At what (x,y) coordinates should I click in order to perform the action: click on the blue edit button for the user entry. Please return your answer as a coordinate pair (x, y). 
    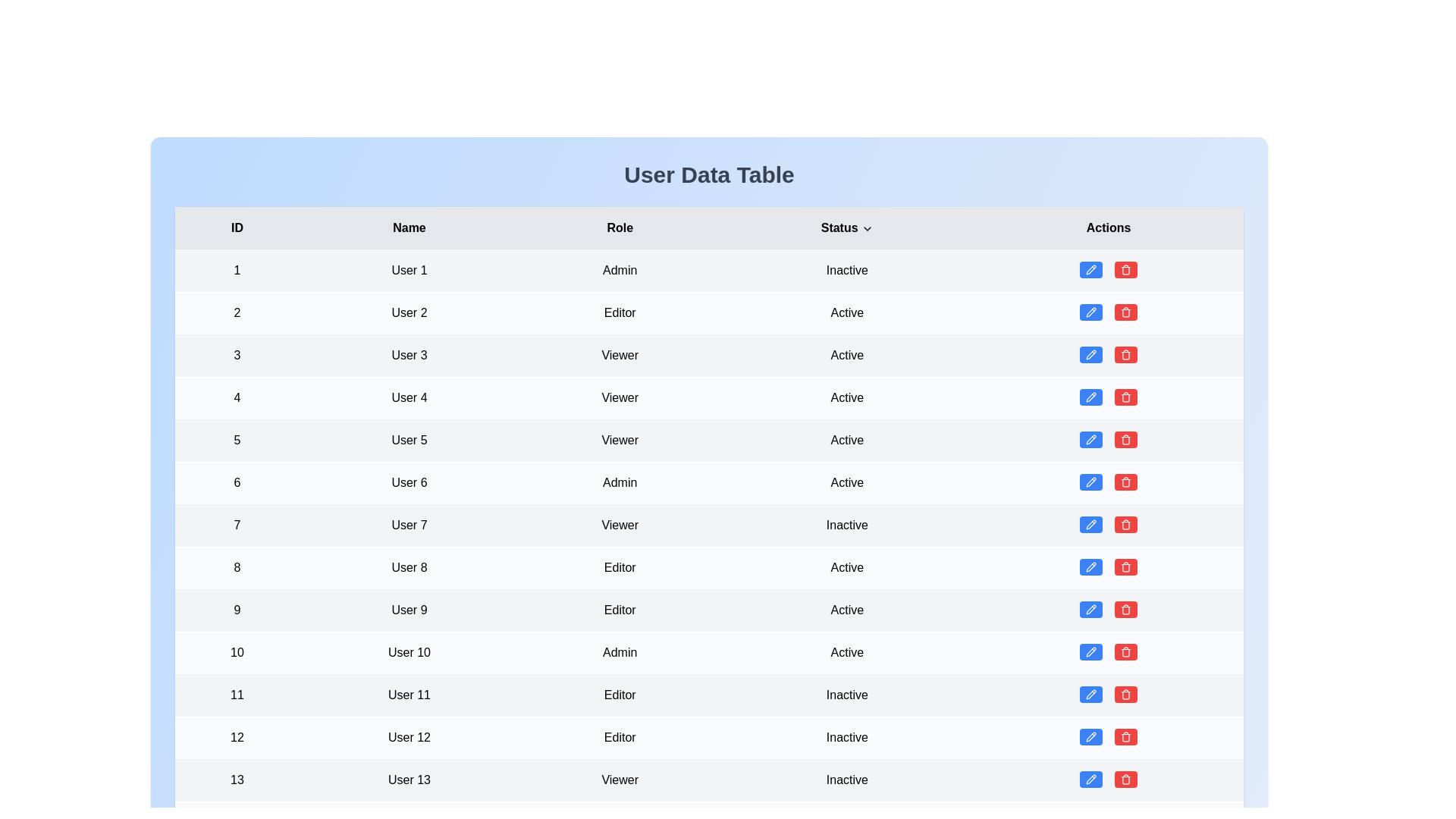
    Looking at the image, I should click on (1090, 268).